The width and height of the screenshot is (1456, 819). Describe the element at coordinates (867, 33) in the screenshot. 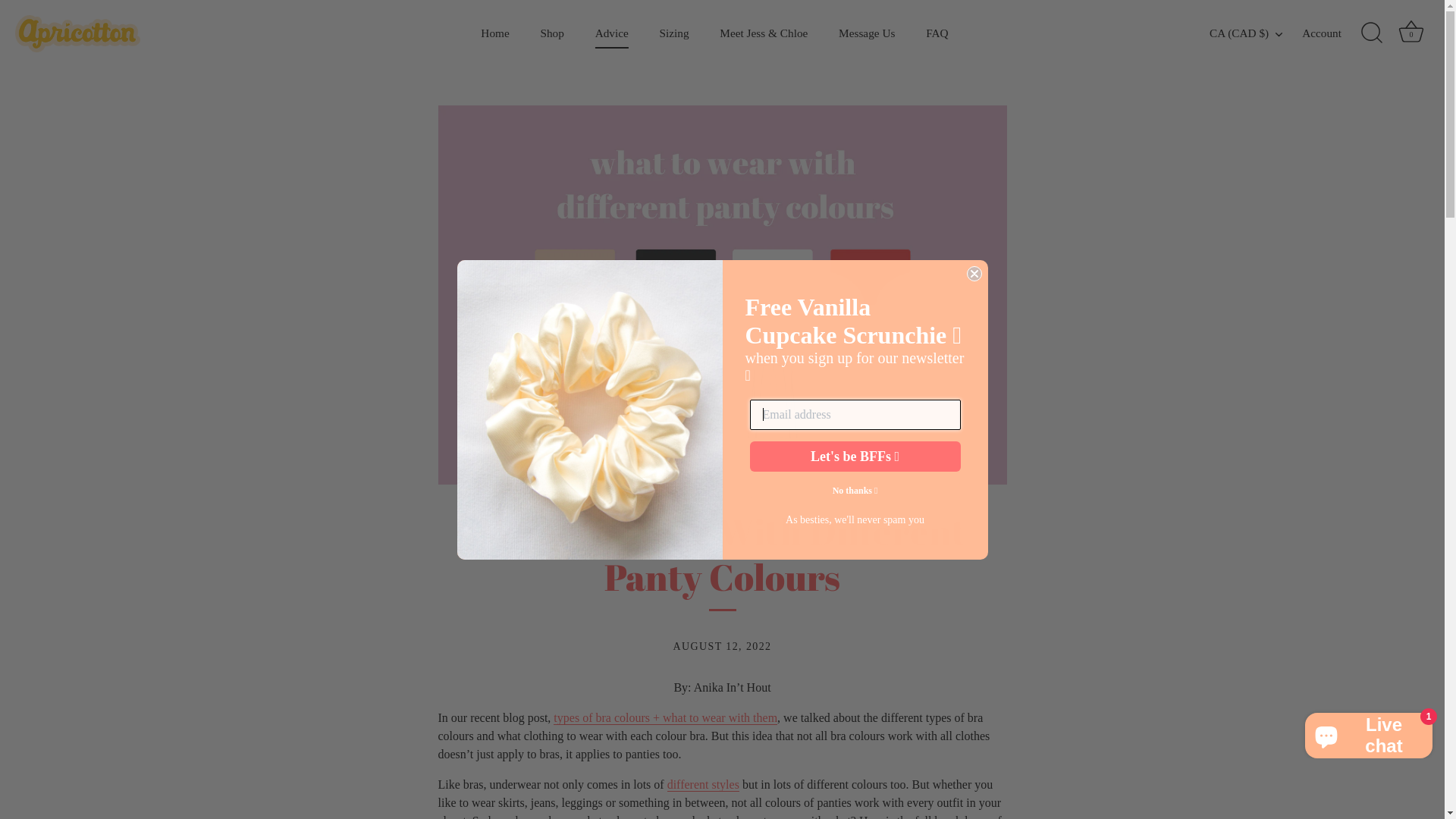

I see `'Message Us'` at that location.